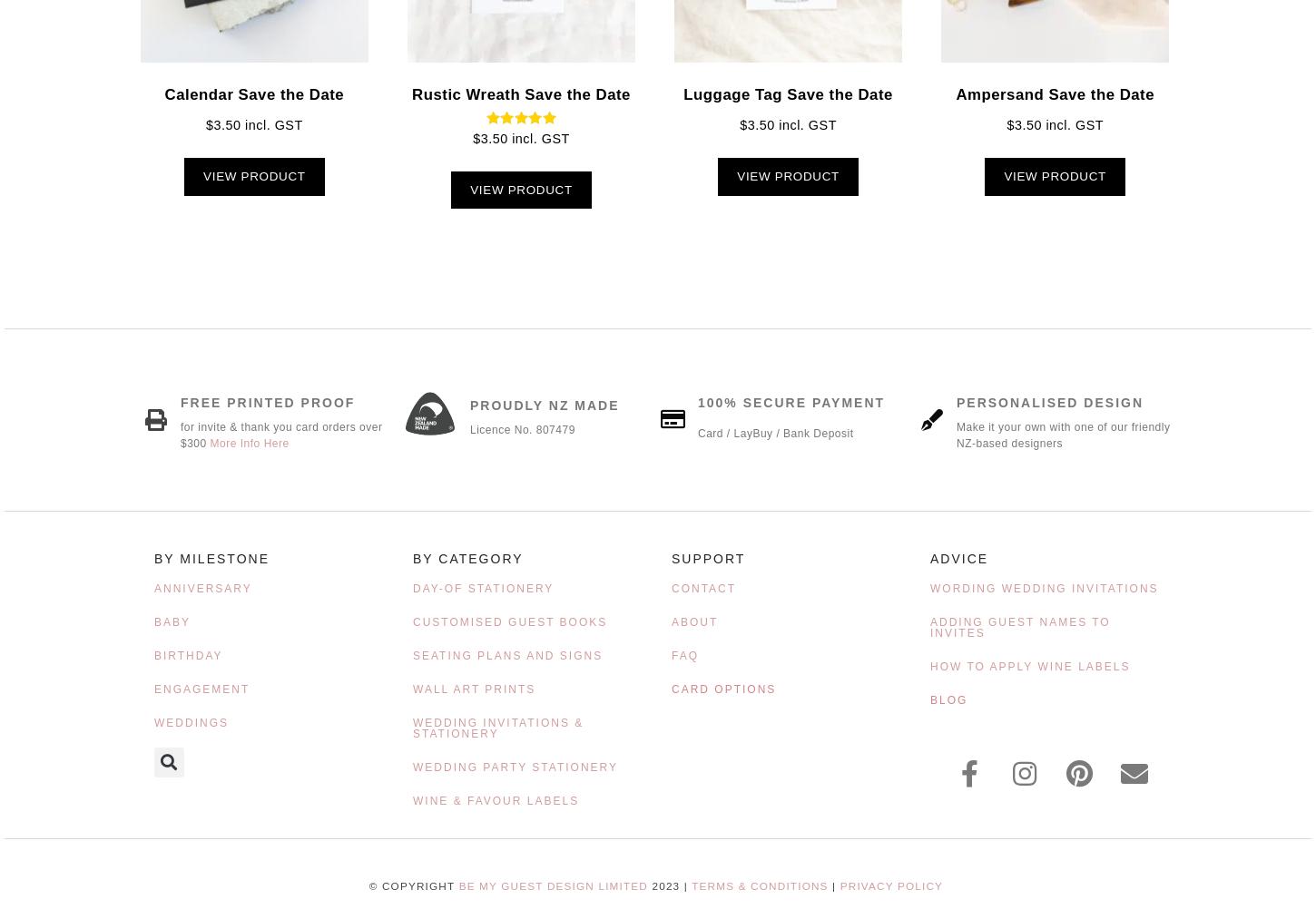 Image resolution: width=1316 pixels, height=919 pixels. I want to click on '© COPYRIGHT', so click(412, 885).